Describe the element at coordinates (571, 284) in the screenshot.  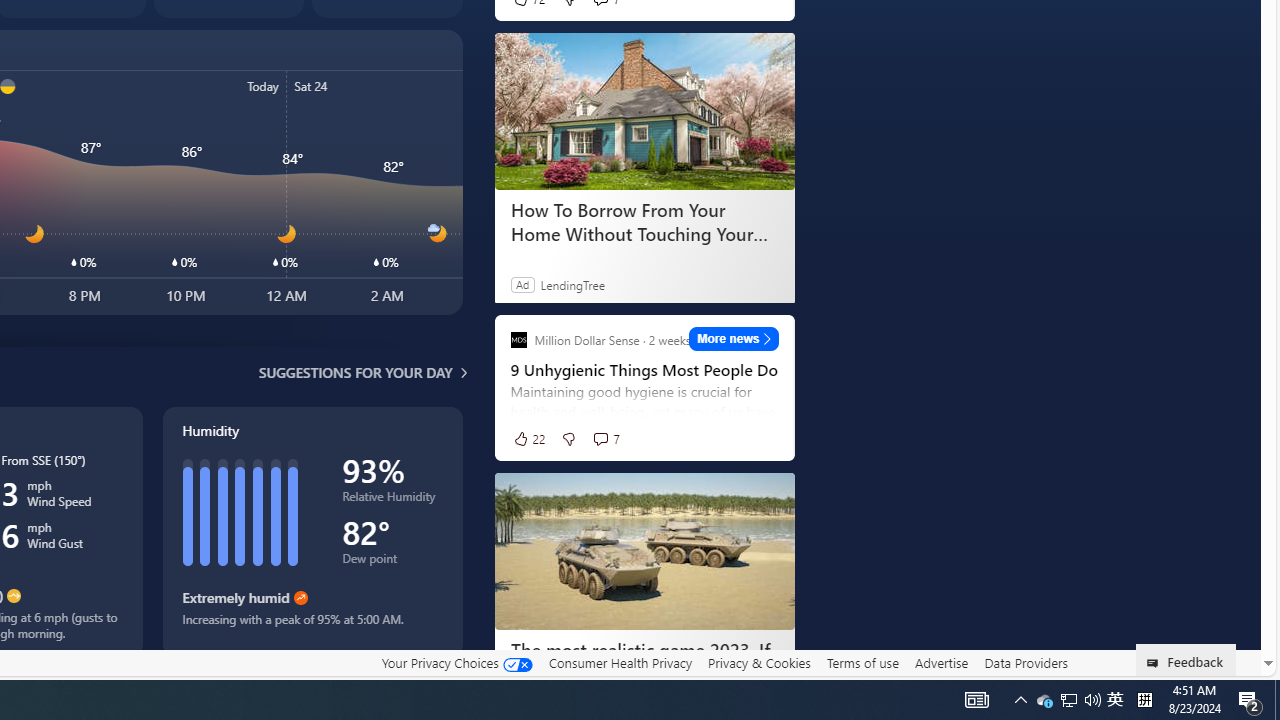
I see `'LendingTree'` at that location.